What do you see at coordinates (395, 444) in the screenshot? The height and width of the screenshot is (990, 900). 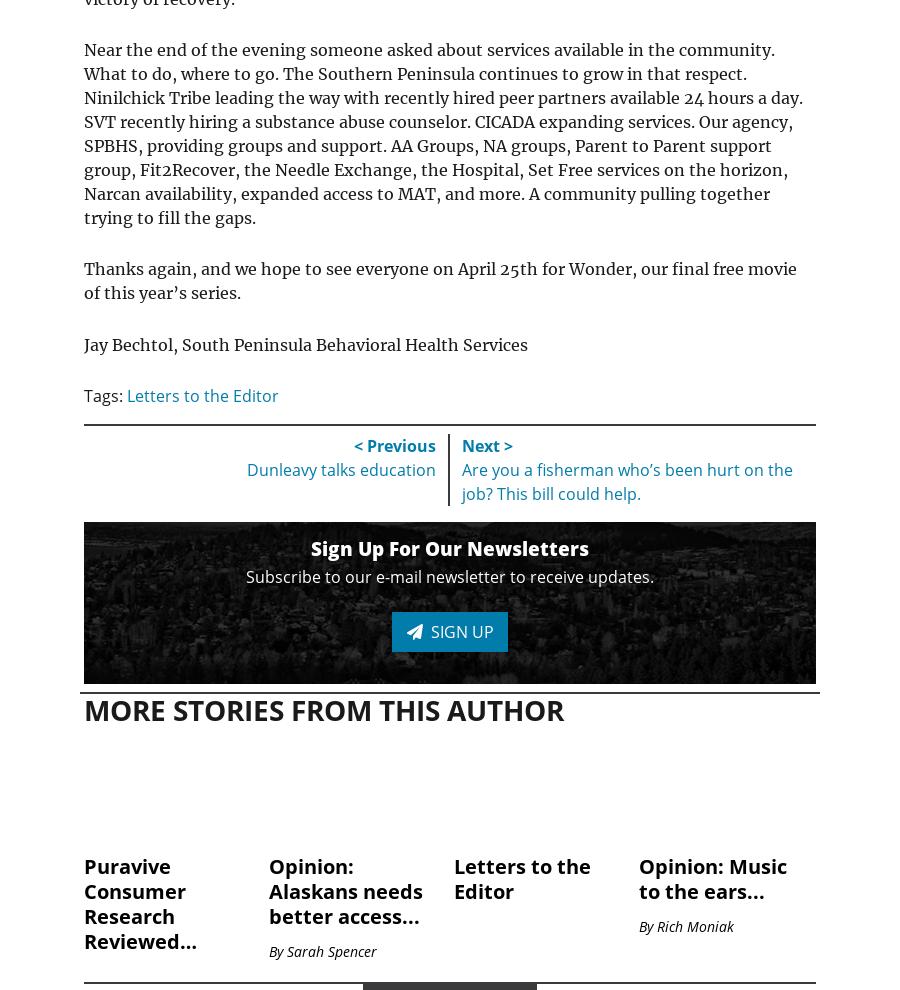 I see `'< Previous'` at bounding box center [395, 444].